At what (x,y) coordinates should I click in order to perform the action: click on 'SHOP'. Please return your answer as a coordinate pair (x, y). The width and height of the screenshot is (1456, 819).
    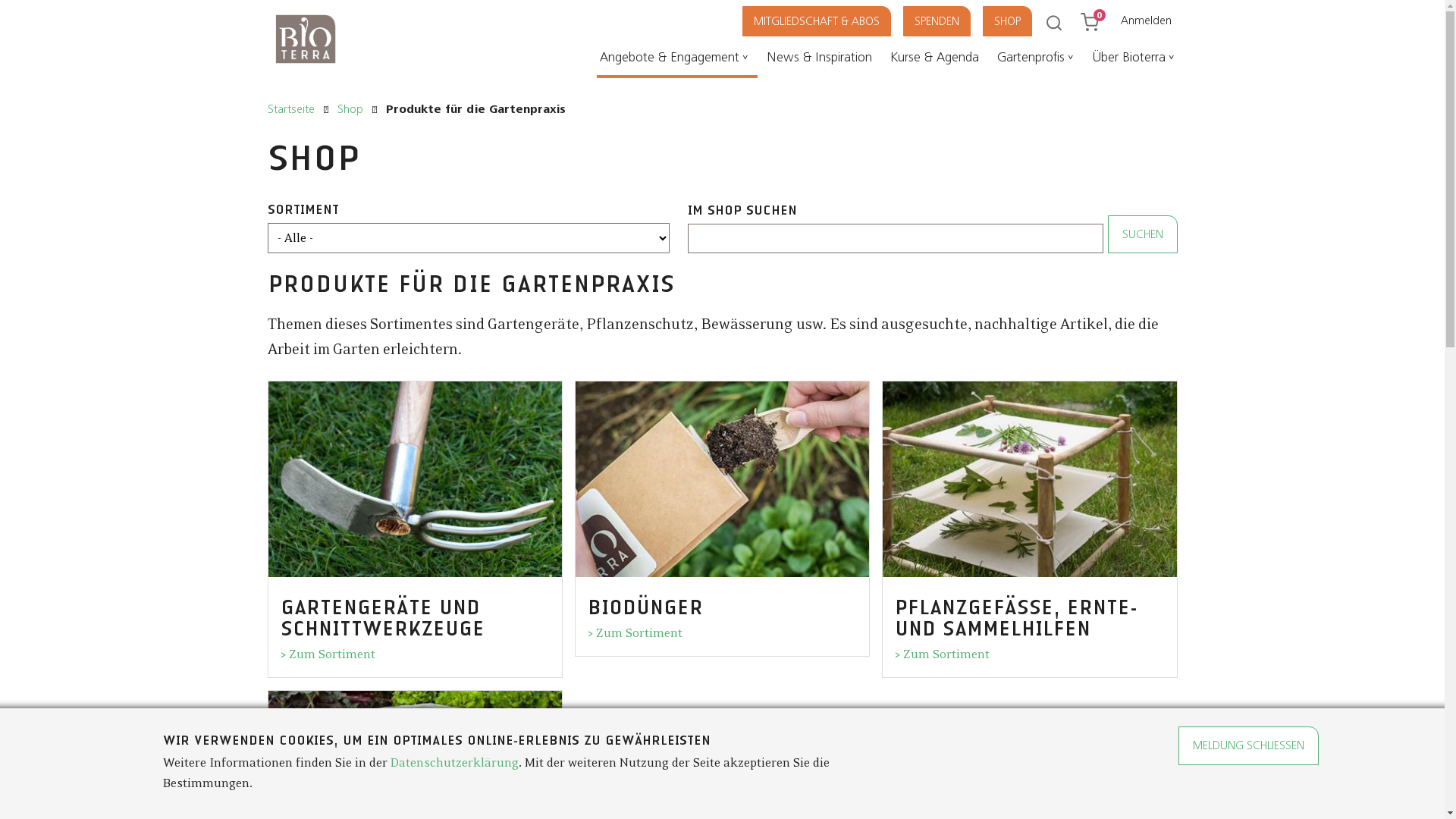
    Looking at the image, I should click on (1017, 20).